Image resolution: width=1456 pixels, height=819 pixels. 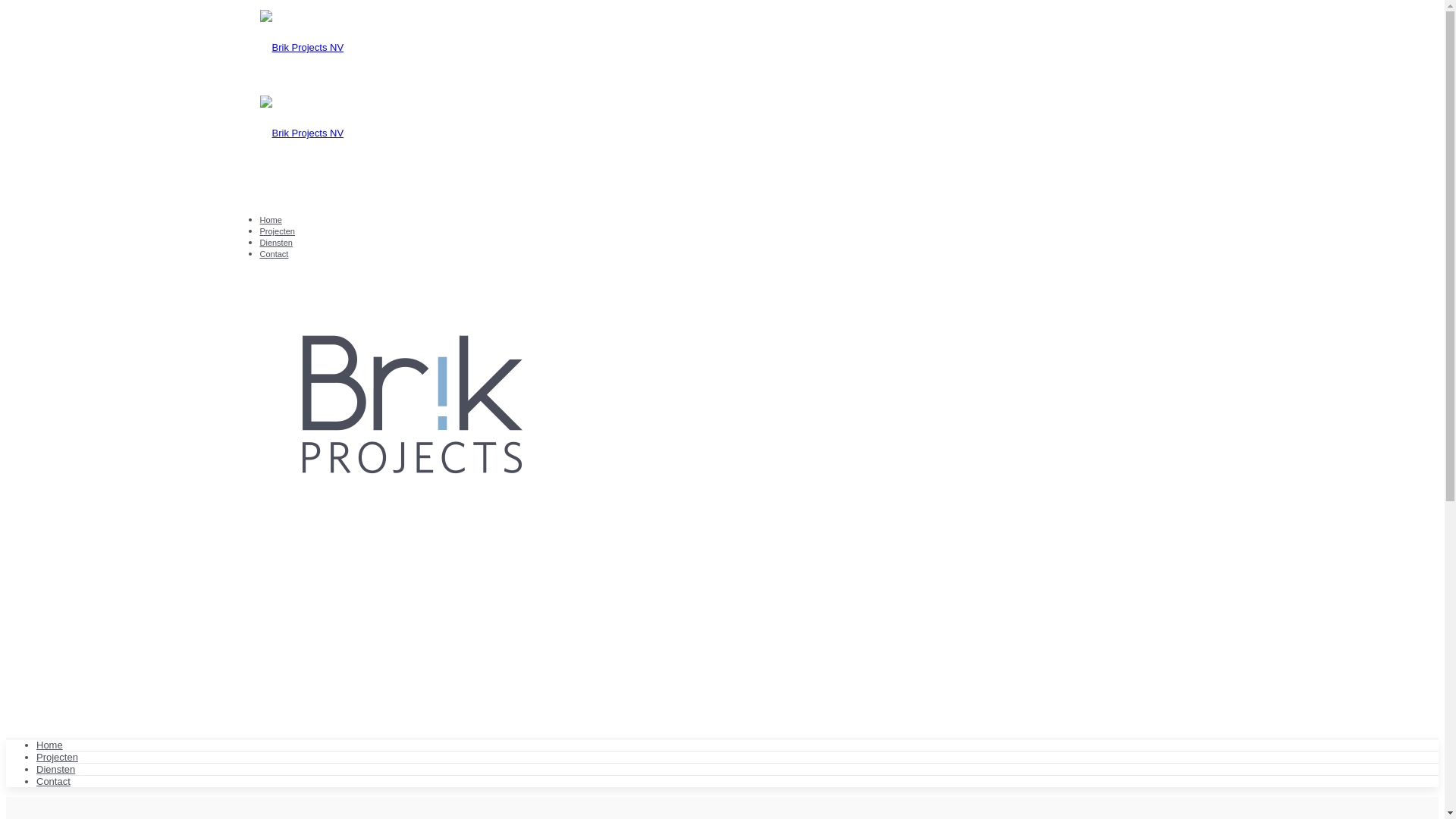 What do you see at coordinates (276, 231) in the screenshot?
I see `'Projecten'` at bounding box center [276, 231].